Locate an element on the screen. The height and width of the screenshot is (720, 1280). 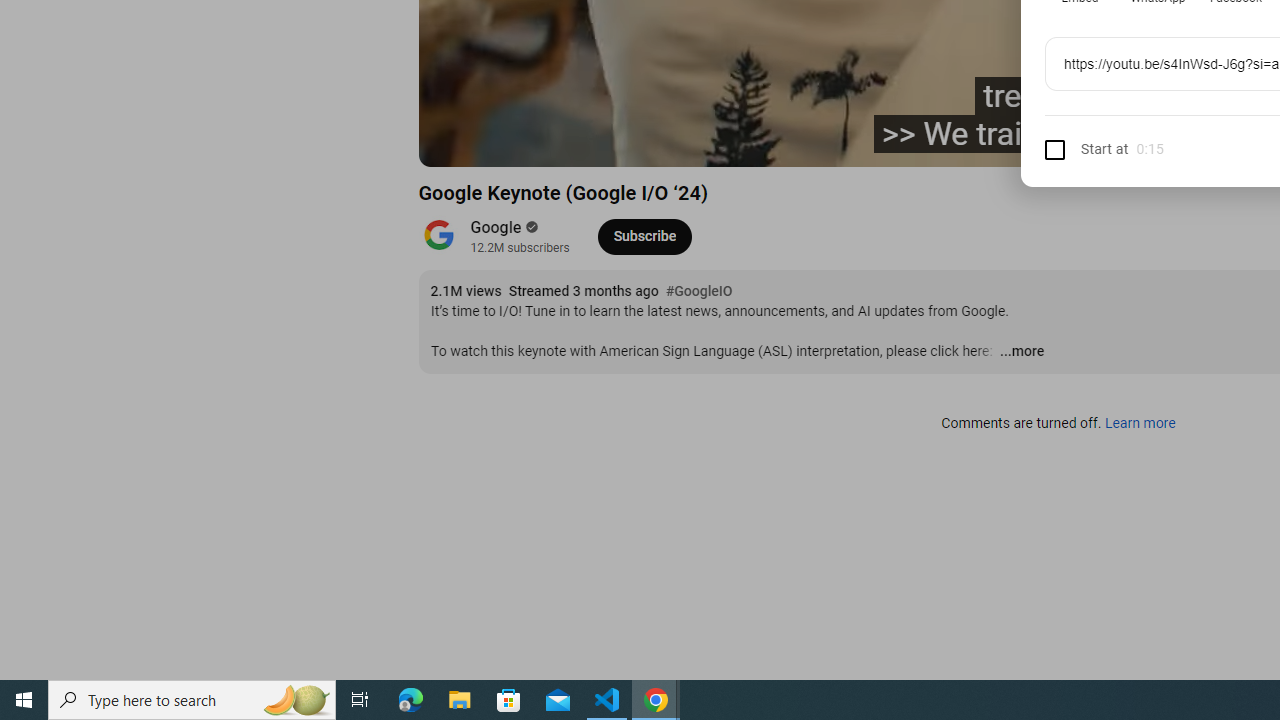
'#GoogleIO' is located at coordinates (699, 291).